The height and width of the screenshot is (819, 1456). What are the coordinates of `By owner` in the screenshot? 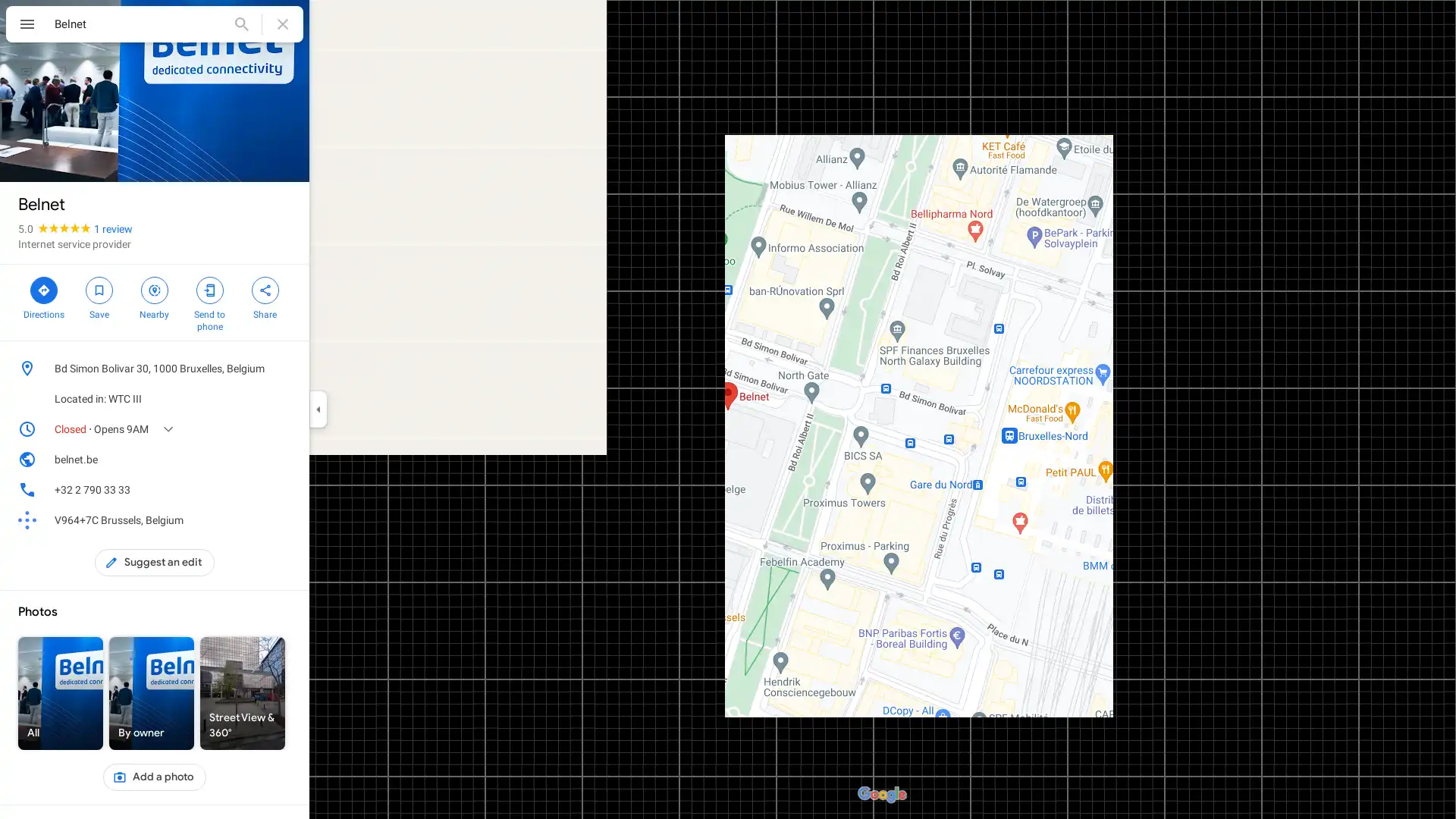 It's located at (152, 693).